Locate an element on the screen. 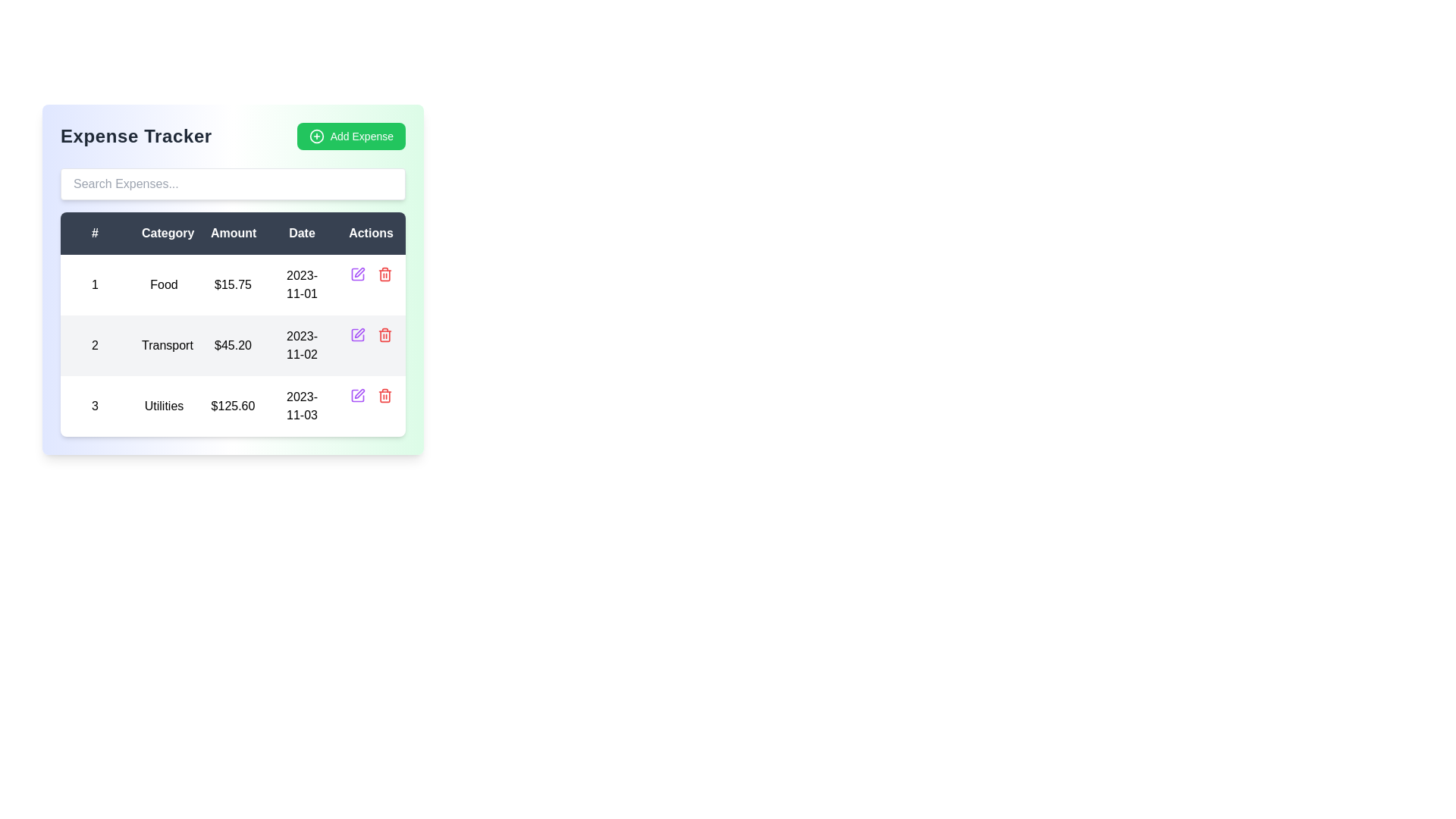 This screenshot has width=1456, height=819. the static text element in the first column of the second row of the table that serves as an index or serial number, positioned to the left of the 'Transport' text is located at coordinates (94, 345).